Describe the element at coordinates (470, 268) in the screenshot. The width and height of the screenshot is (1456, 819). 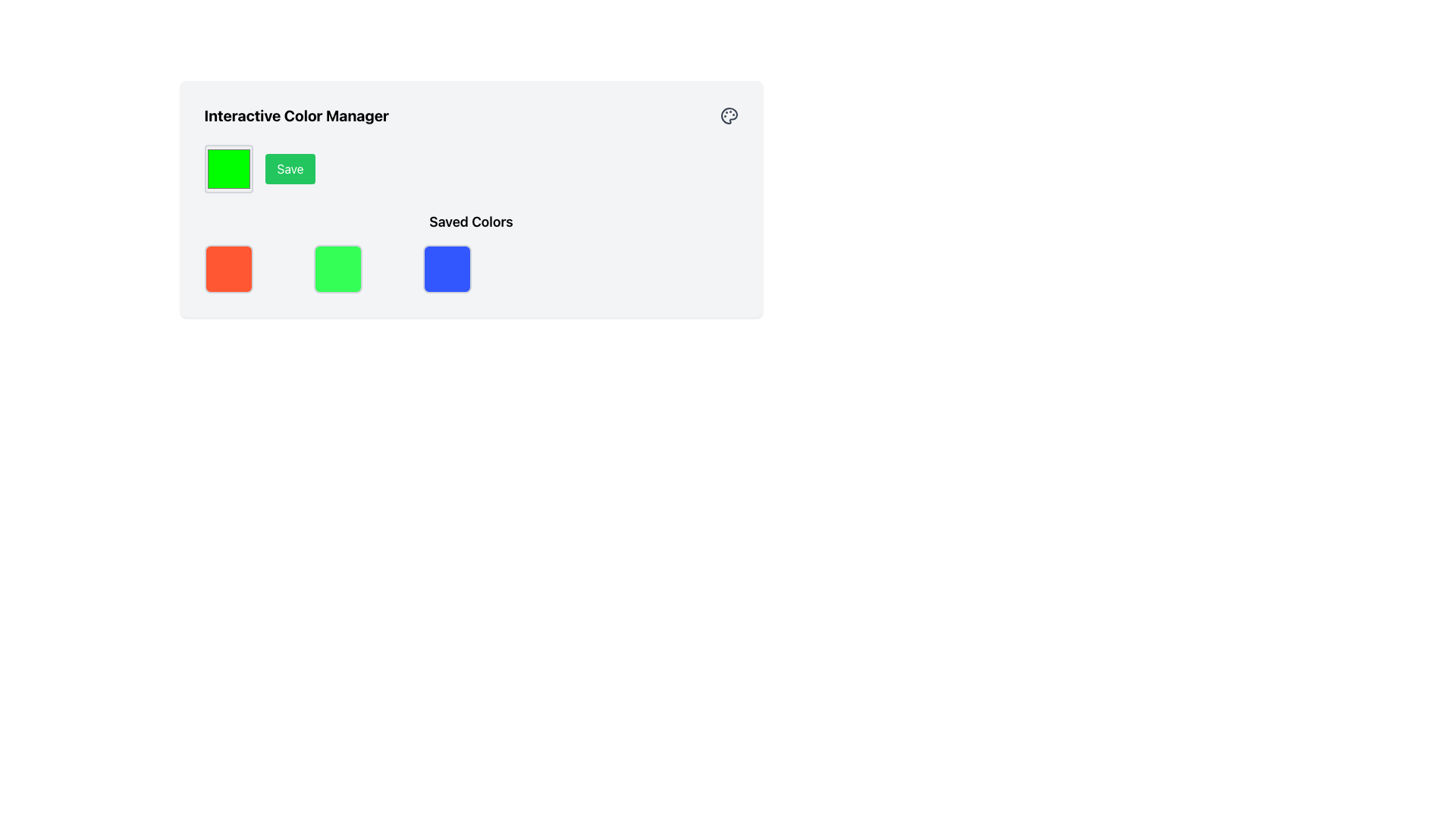
I see `the saved color entry represented by the color indicator or swatch, specifically the third square from the left in the 'Saved Colors' section` at that location.